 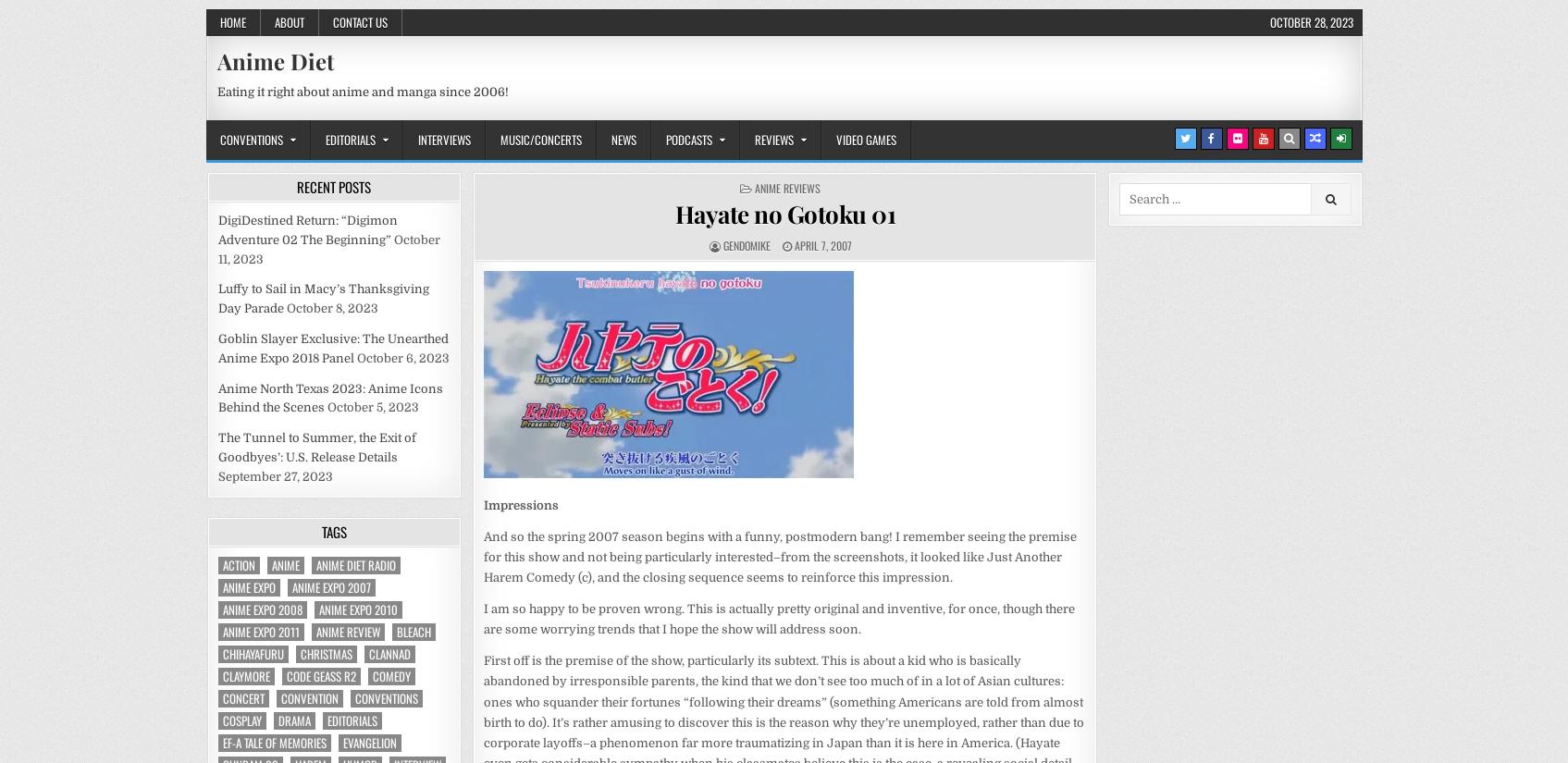 What do you see at coordinates (284, 564) in the screenshot?
I see `'anime'` at bounding box center [284, 564].